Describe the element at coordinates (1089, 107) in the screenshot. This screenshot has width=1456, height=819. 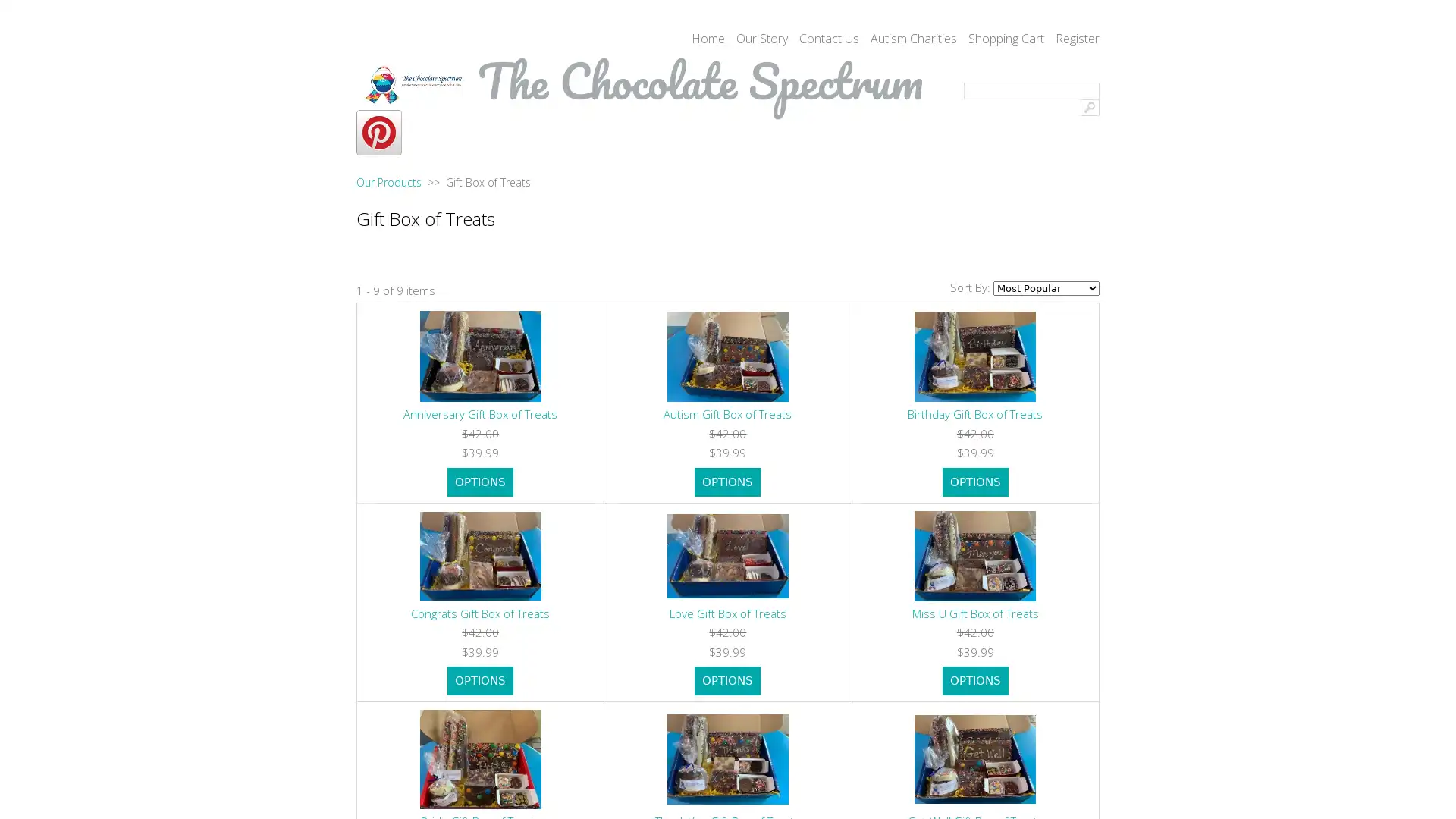
I see `Go!` at that location.